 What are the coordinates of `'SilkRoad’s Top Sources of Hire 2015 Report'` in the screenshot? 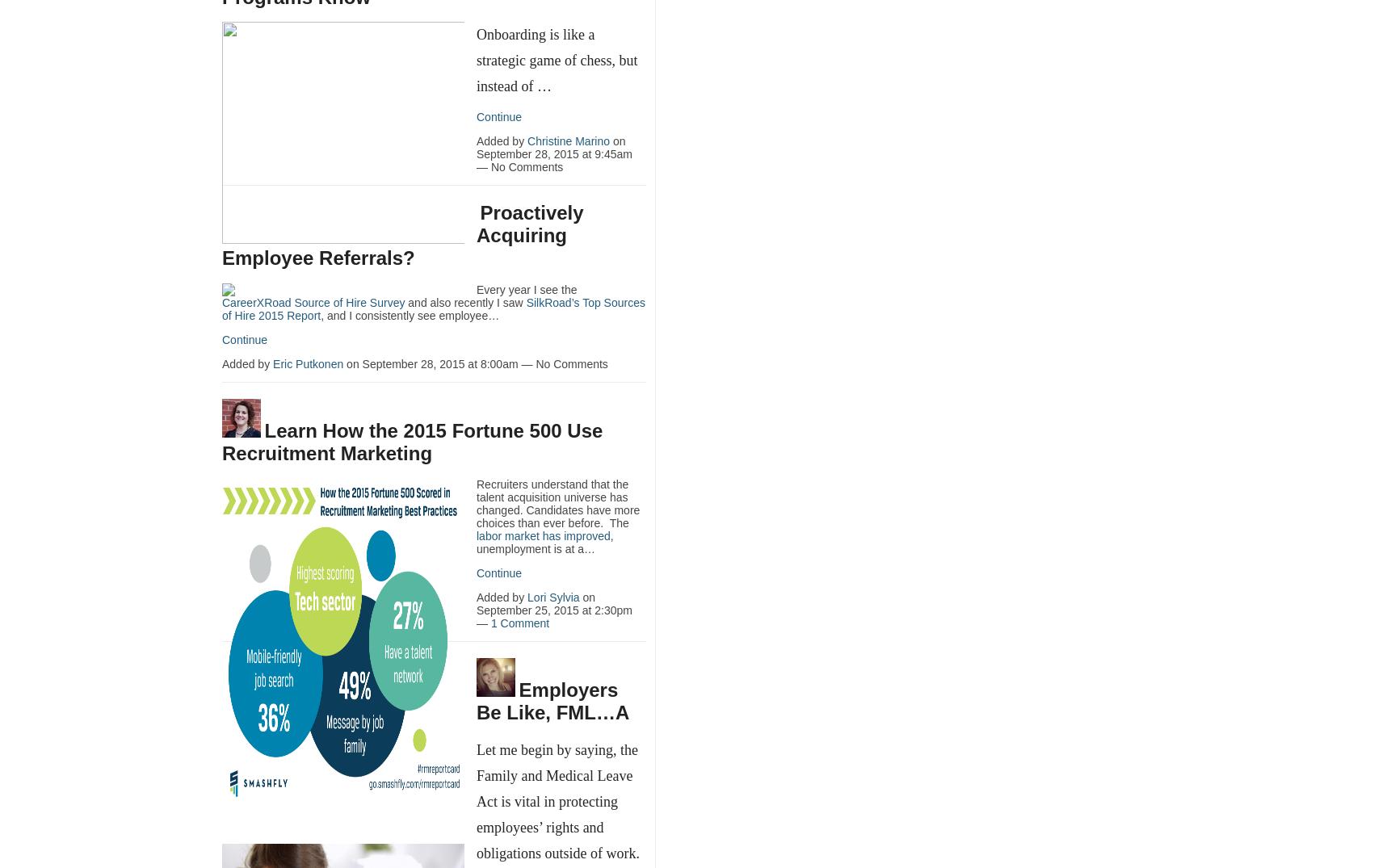 It's located at (433, 308).